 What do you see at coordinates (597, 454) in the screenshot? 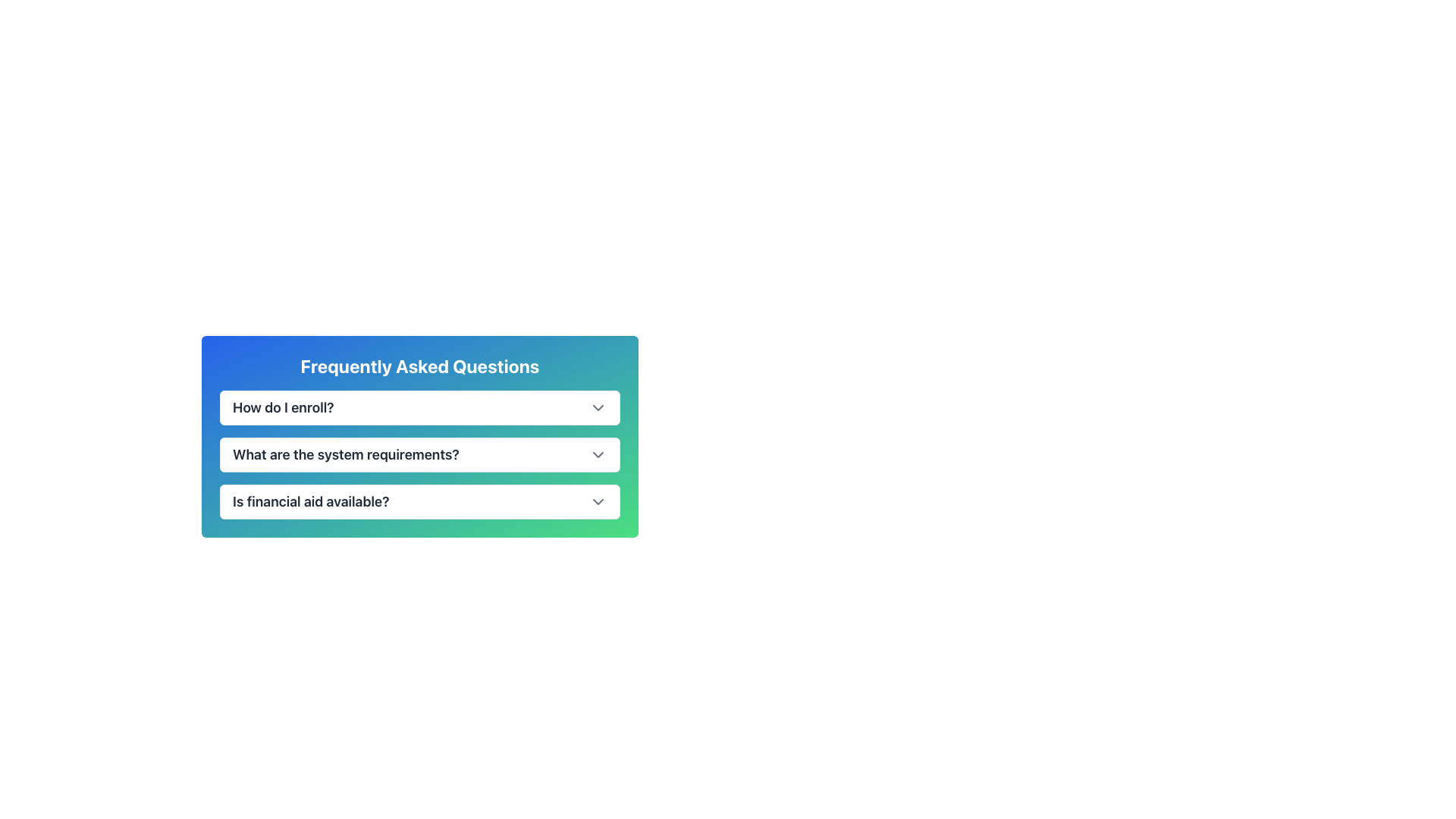
I see `the downward chevron icon` at bounding box center [597, 454].